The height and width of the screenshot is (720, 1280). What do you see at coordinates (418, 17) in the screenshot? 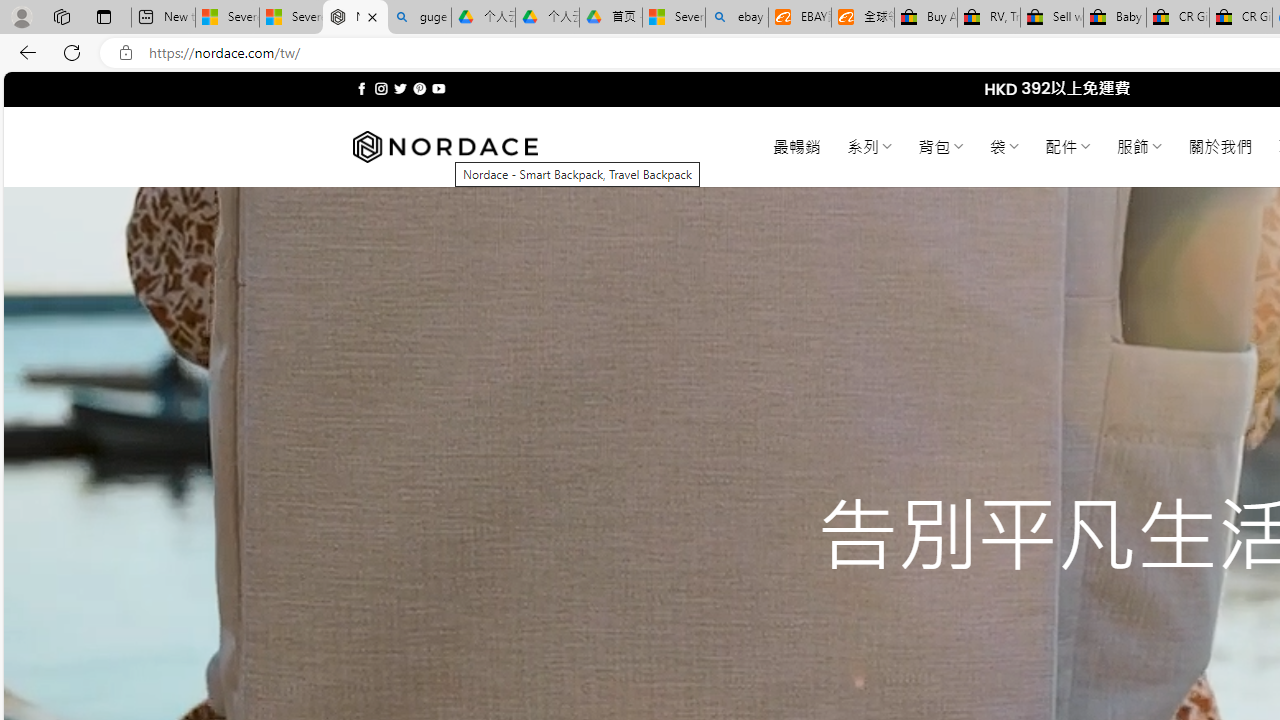
I see `'guge yunpan - Search'` at bounding box center [418, 17].